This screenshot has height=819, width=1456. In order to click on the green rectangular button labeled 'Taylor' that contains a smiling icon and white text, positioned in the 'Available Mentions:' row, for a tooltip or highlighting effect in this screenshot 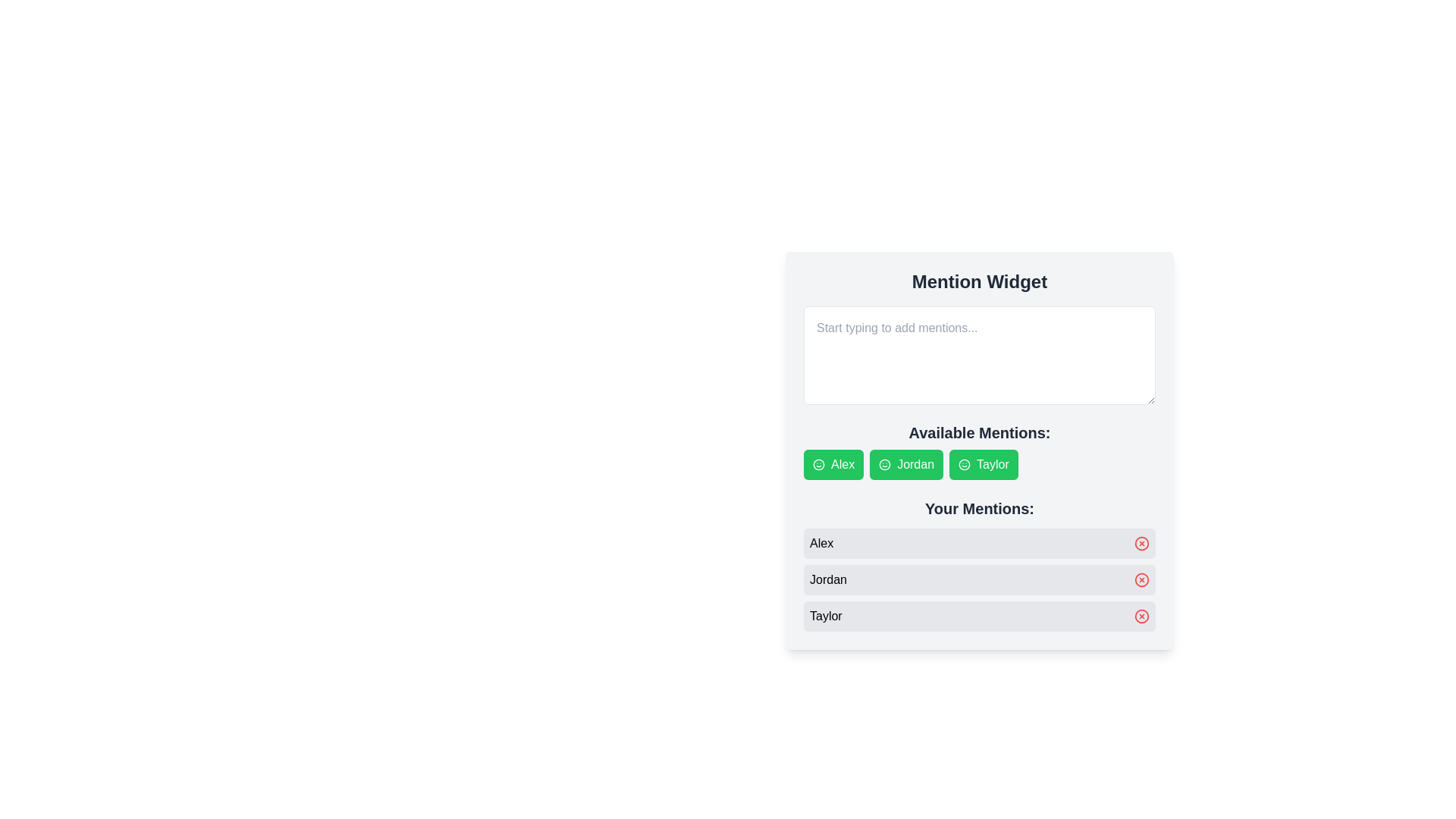, I will do `click(984, 464)`.